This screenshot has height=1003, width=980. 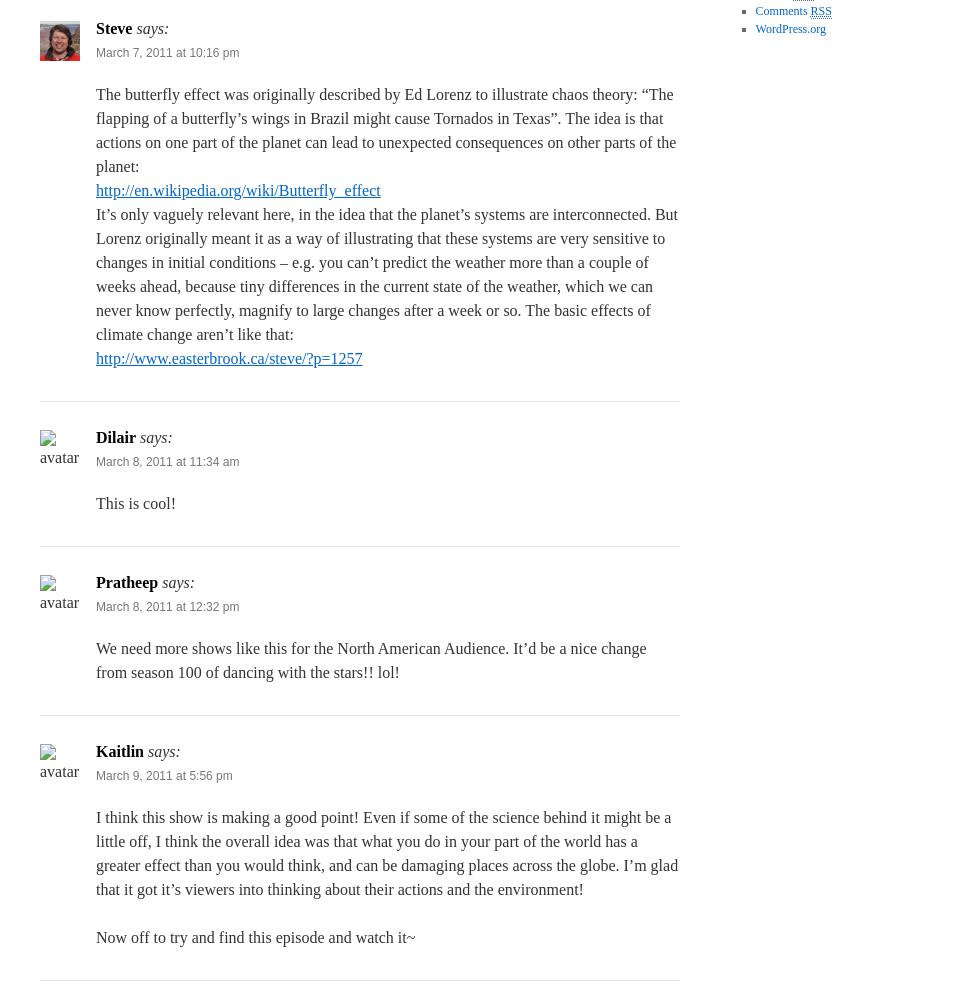 What do you see at coordinates (386, 129) in the screenshot?
I see `'The butterfly effect was originally described by Ed Lorenz to illustrate chaos theory: “The flapping of a butterfly’s wings in Brazil might cause Tornados in Texas”. The idea is that actions on one part of the planet can lead to unexpected consequences on other parts of the planet:'` at bounding box center [386, 129].